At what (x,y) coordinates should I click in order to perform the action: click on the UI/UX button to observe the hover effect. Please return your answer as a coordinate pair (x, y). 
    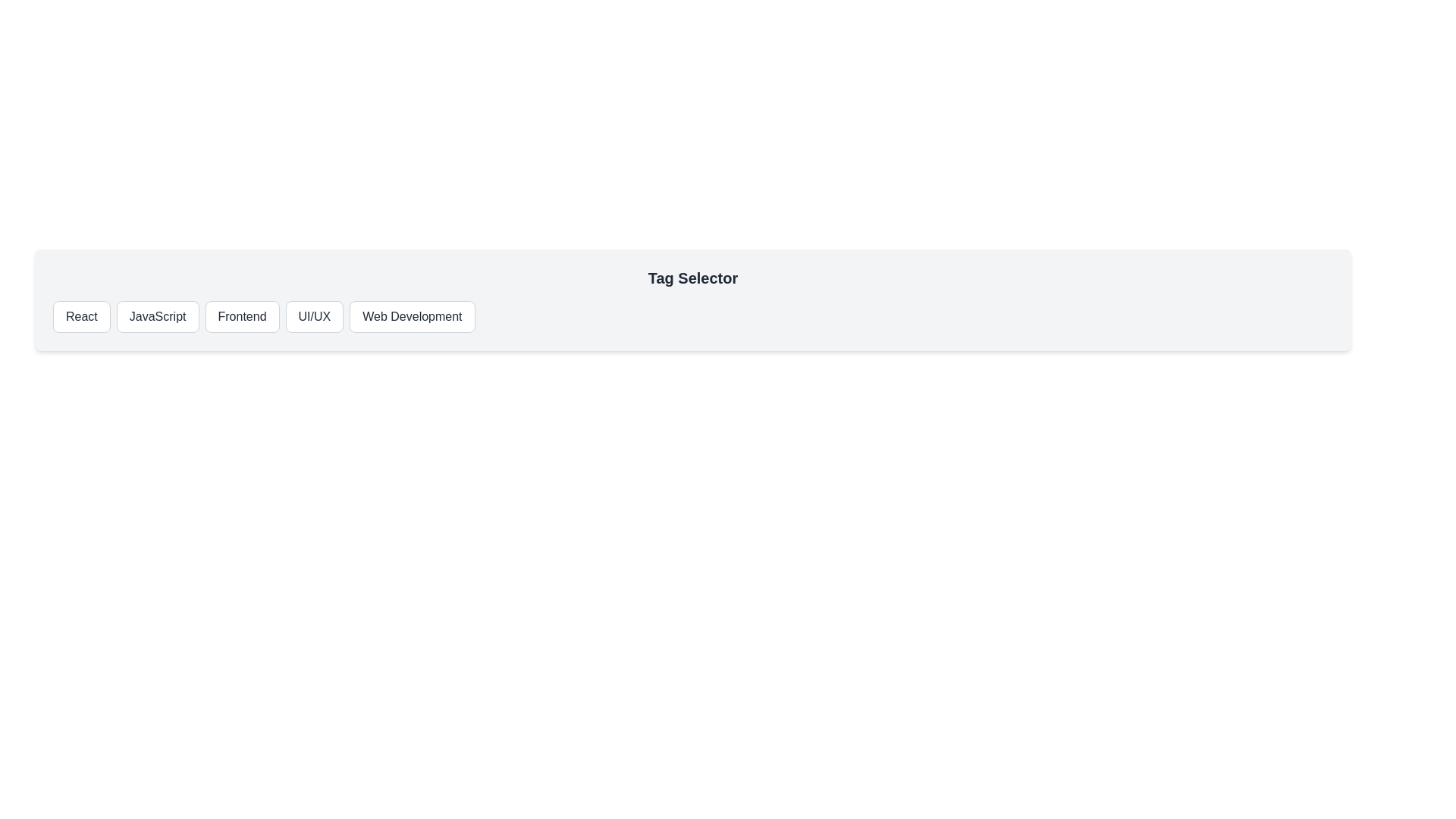
    Looking at the image, I should click on (313, 315).